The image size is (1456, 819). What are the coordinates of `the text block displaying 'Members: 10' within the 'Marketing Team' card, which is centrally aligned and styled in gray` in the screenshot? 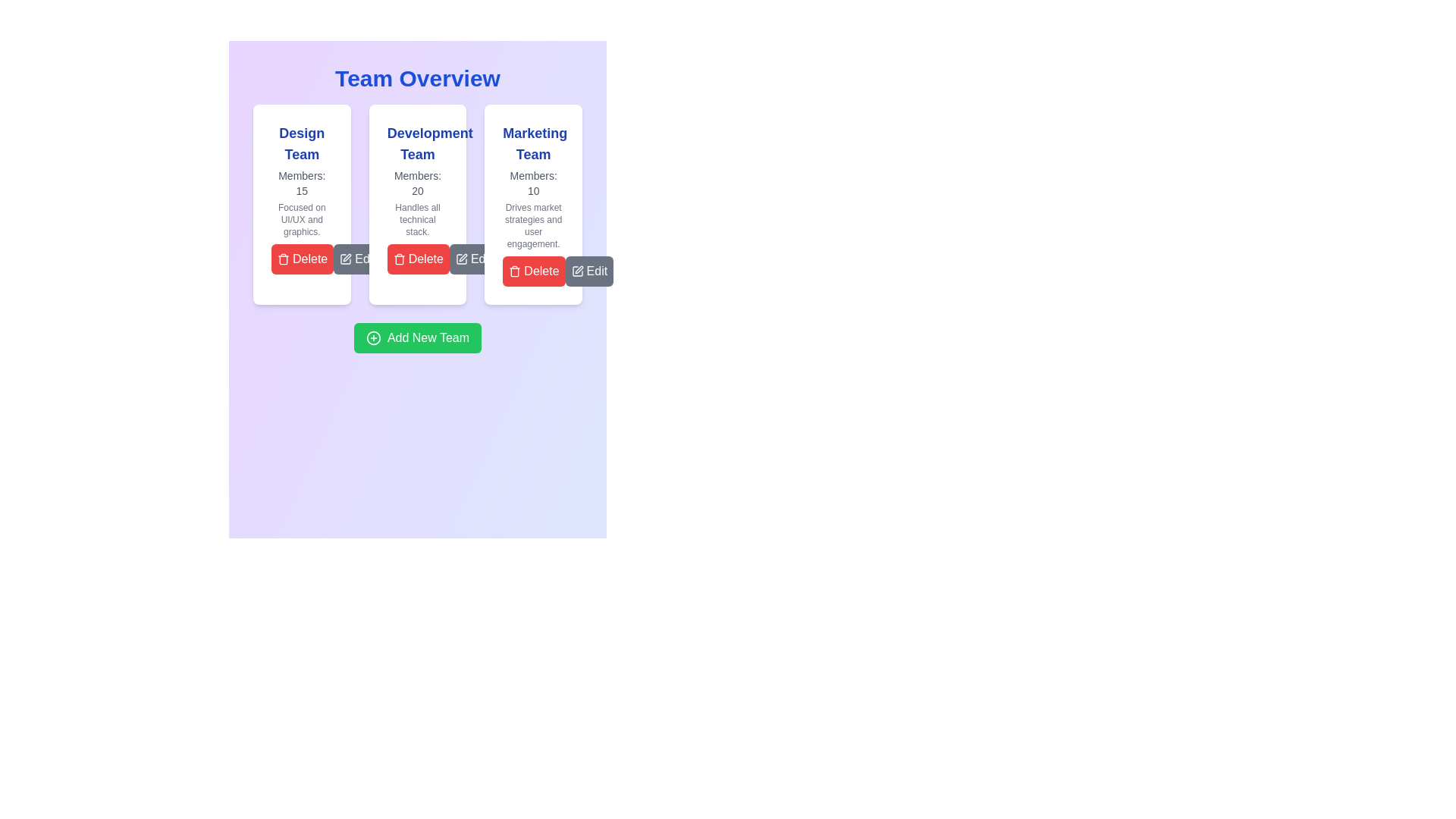 It's located at (533, 183).